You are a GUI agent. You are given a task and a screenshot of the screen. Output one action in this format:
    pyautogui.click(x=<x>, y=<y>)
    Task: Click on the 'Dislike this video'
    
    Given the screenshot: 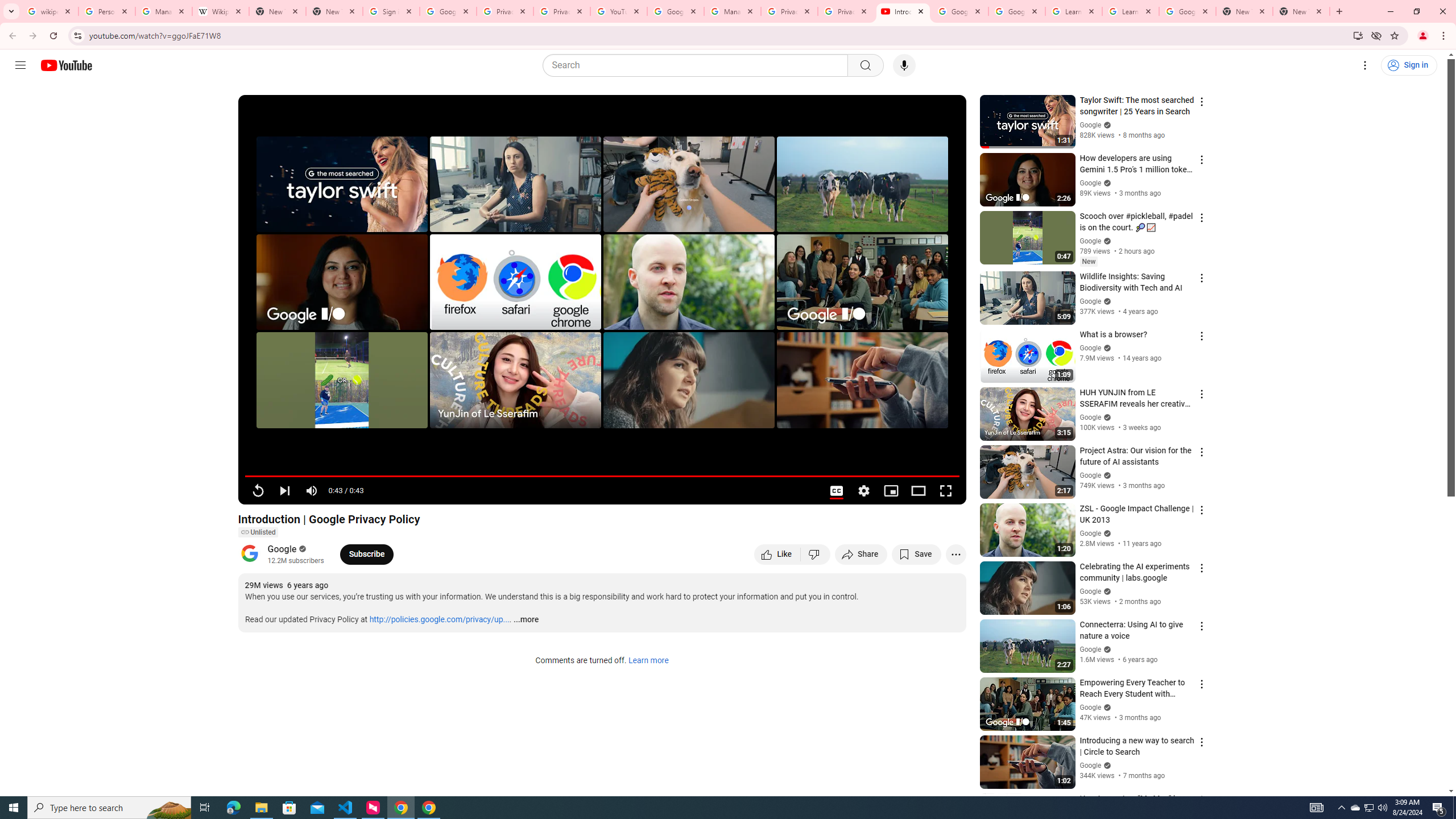 What is the action you would take?
    pyautogui.click(x=816, y=553)
    